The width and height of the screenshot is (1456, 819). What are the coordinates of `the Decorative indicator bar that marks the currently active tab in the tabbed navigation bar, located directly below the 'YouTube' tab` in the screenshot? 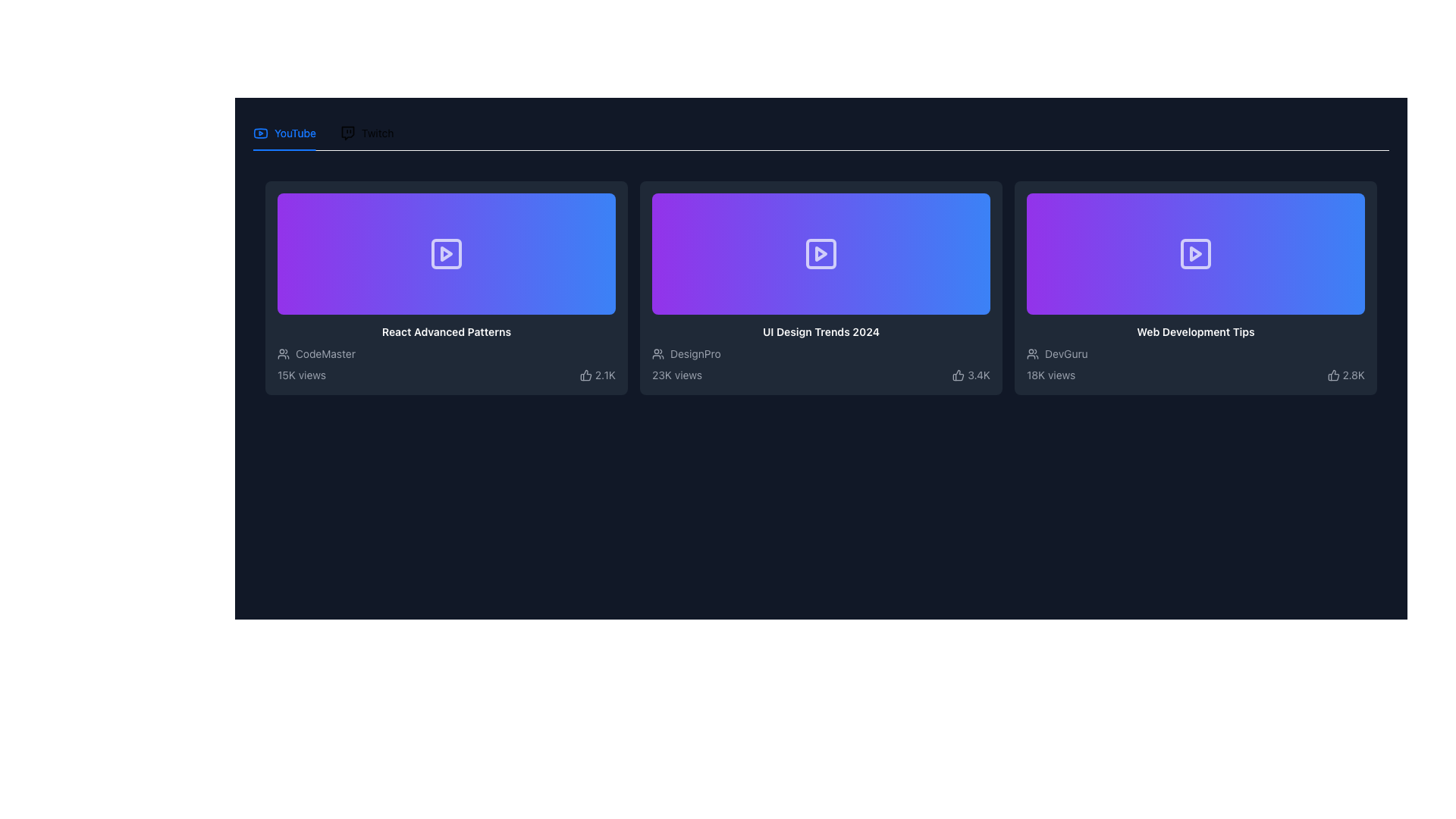 It's located at (284, 149).